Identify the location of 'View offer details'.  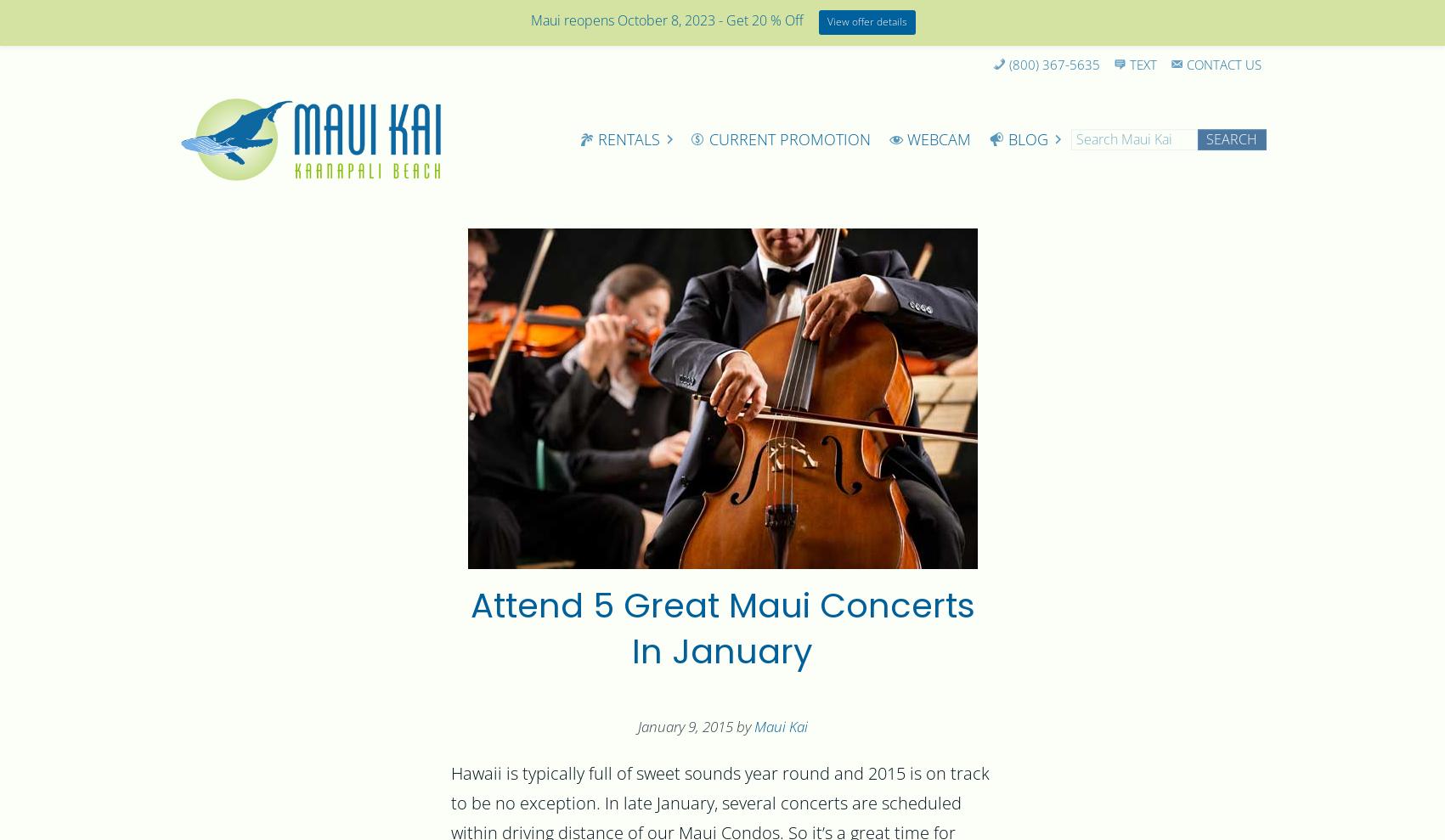
(866, 20).